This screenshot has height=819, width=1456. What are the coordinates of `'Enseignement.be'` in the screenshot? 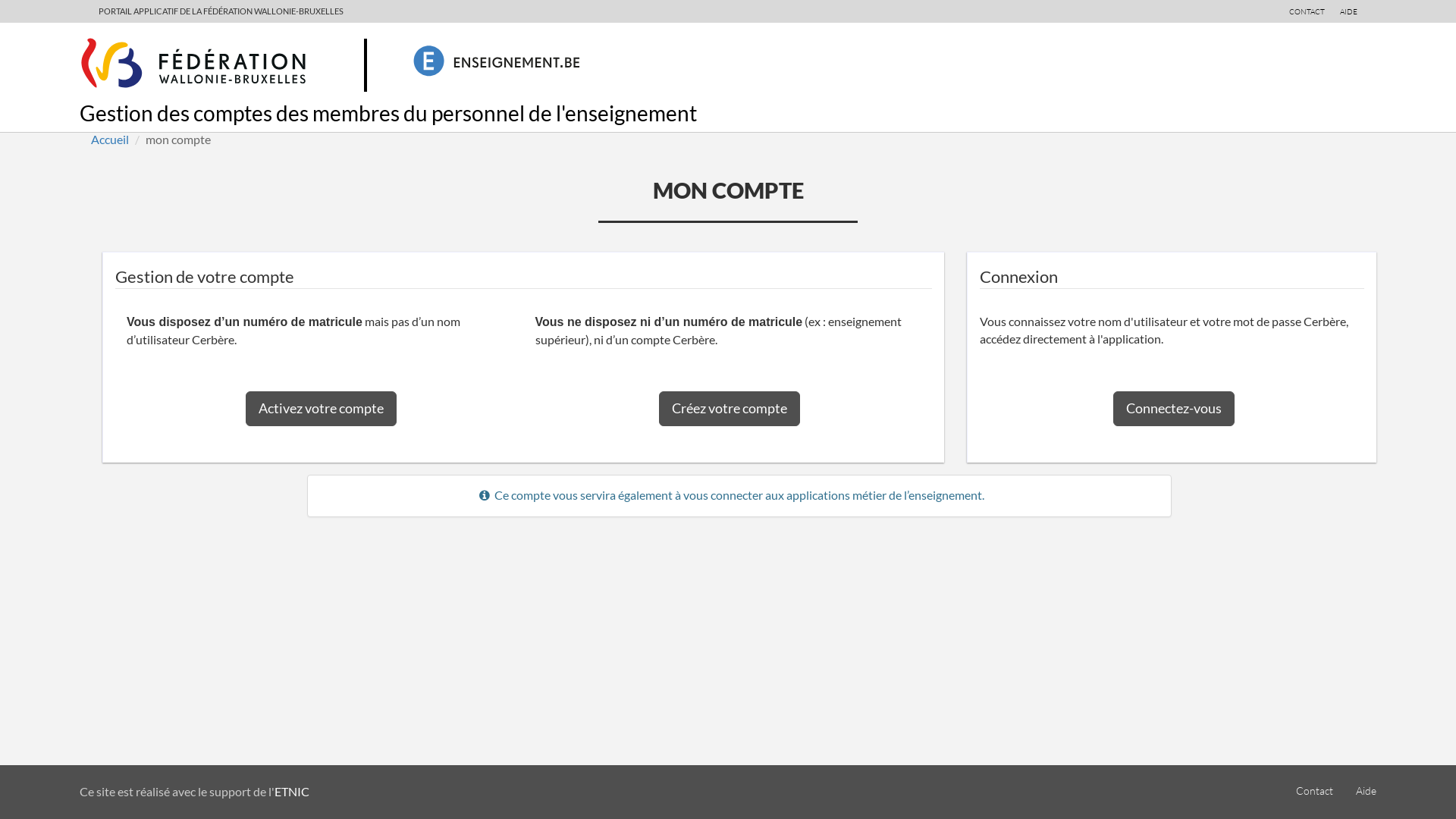 It's located at (517, 62).